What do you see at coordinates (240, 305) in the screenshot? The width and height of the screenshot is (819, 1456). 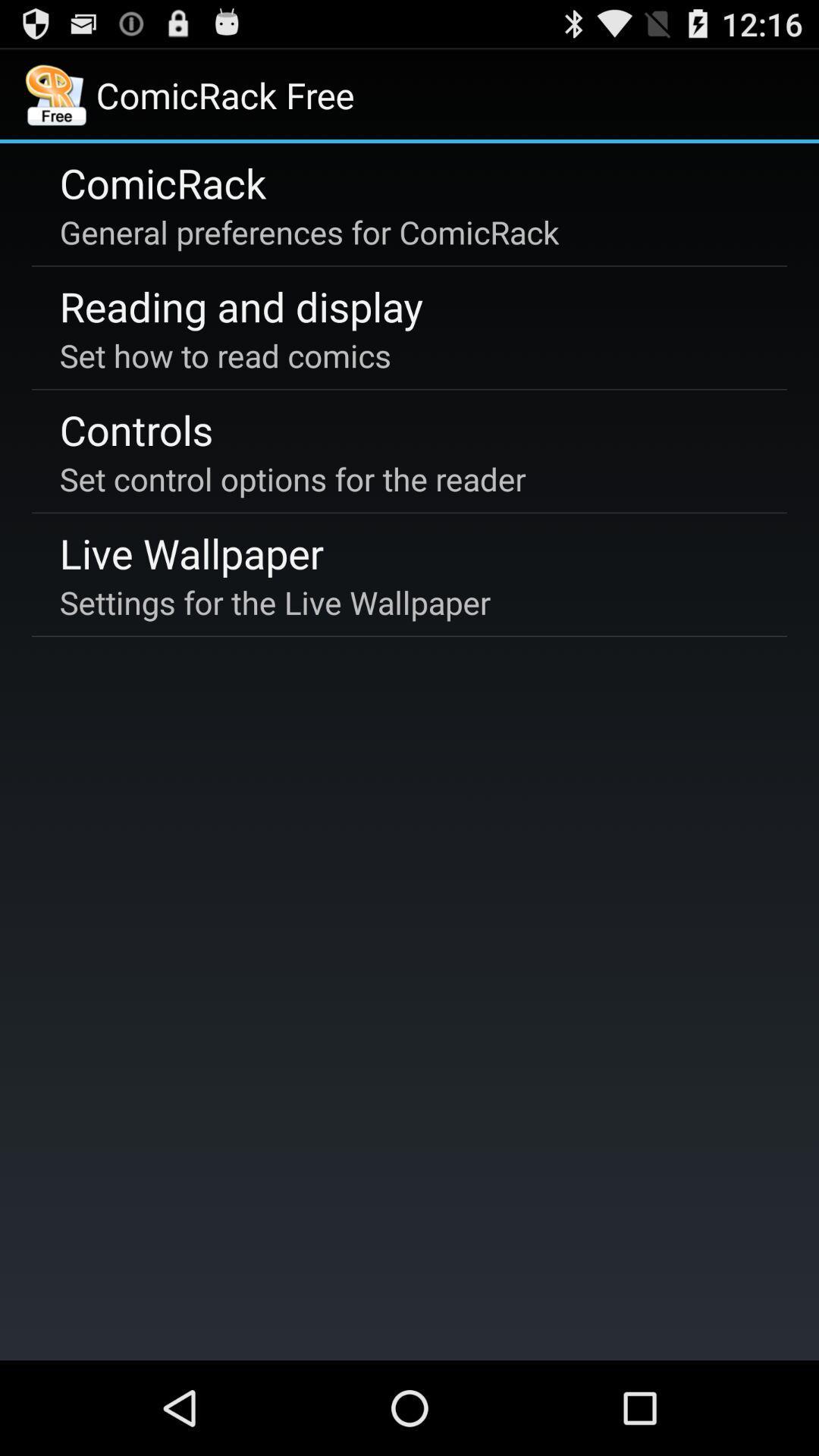 I see `app below the general preferences for item` at bounding box center [240, 305].